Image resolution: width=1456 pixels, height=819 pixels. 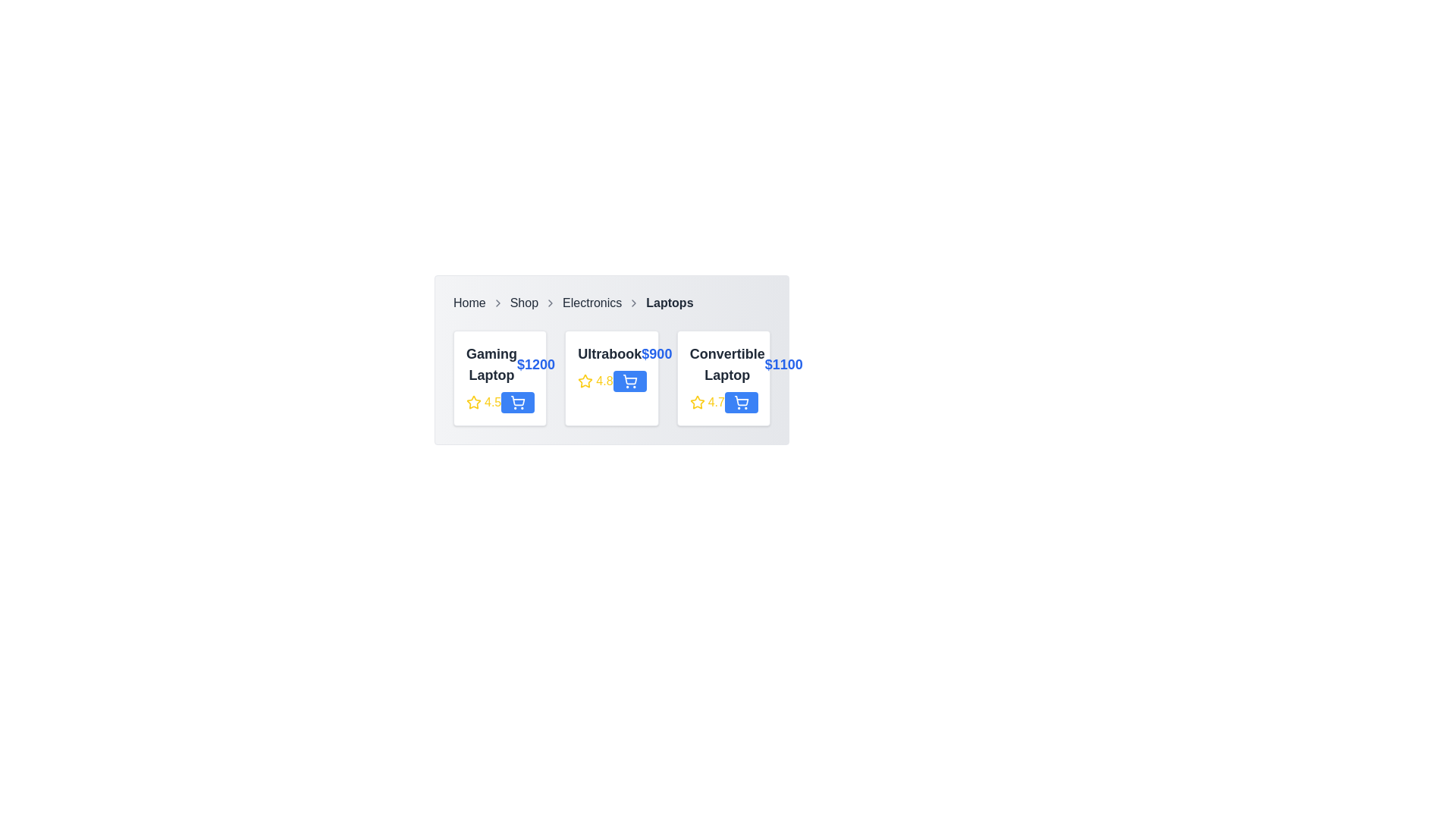 What do you see at coordinates (715, 402) in the screenshot?
I see `the Rating Indicator displaying '4.7' in bold, yellowish color, located to the right of the yellow star icon for the 'Convertible Laptop' card` at bounding box center [715, 402].